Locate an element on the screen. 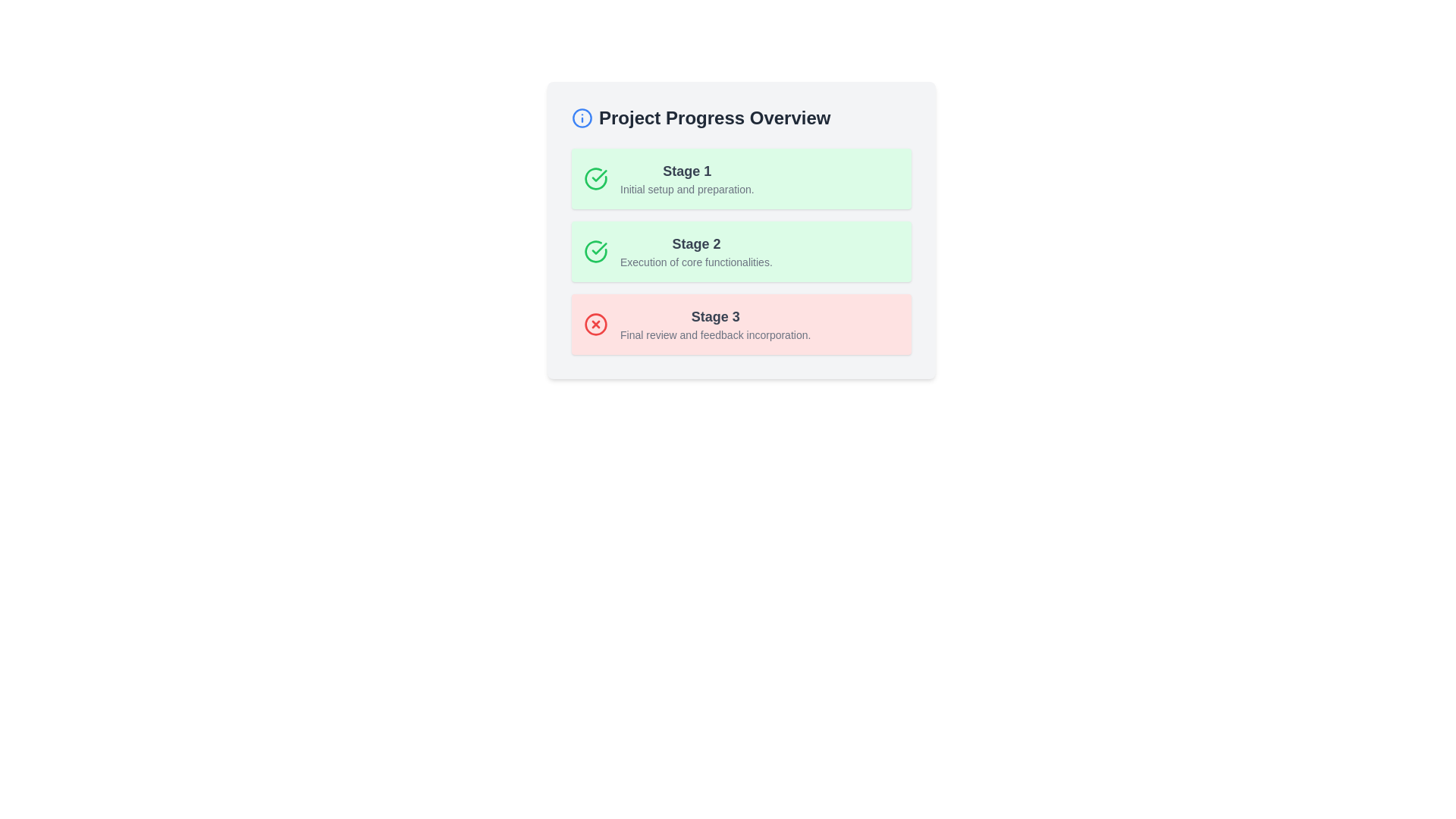 The height and width of the screenshot is (819, 1456). the text label providing information about tasks for 'Stage 3' located centrally below the heading in the 'Project Progress Overview' section is located at coordinates (714, 334).